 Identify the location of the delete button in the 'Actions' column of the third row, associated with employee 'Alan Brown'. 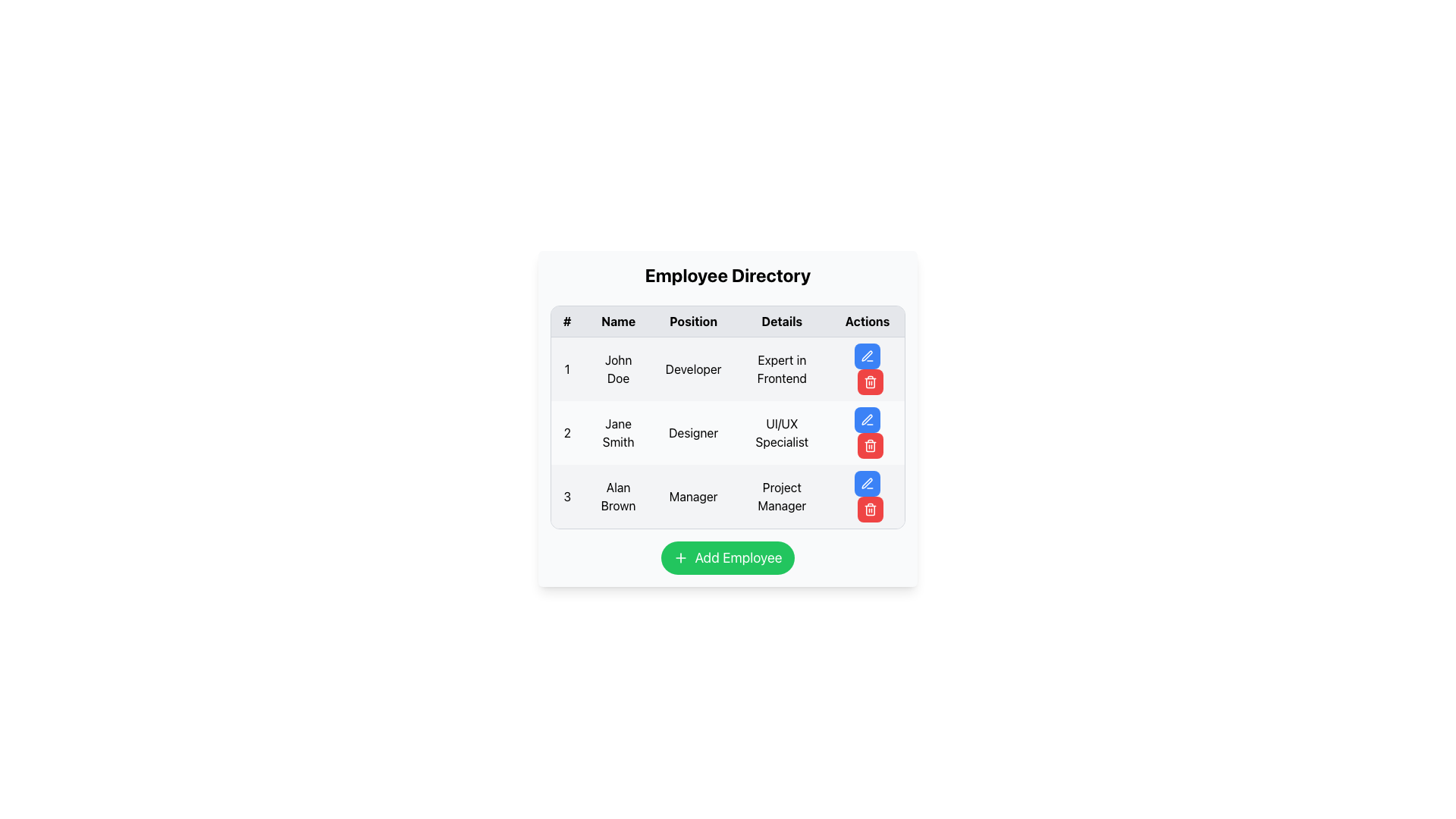
(871, 381).